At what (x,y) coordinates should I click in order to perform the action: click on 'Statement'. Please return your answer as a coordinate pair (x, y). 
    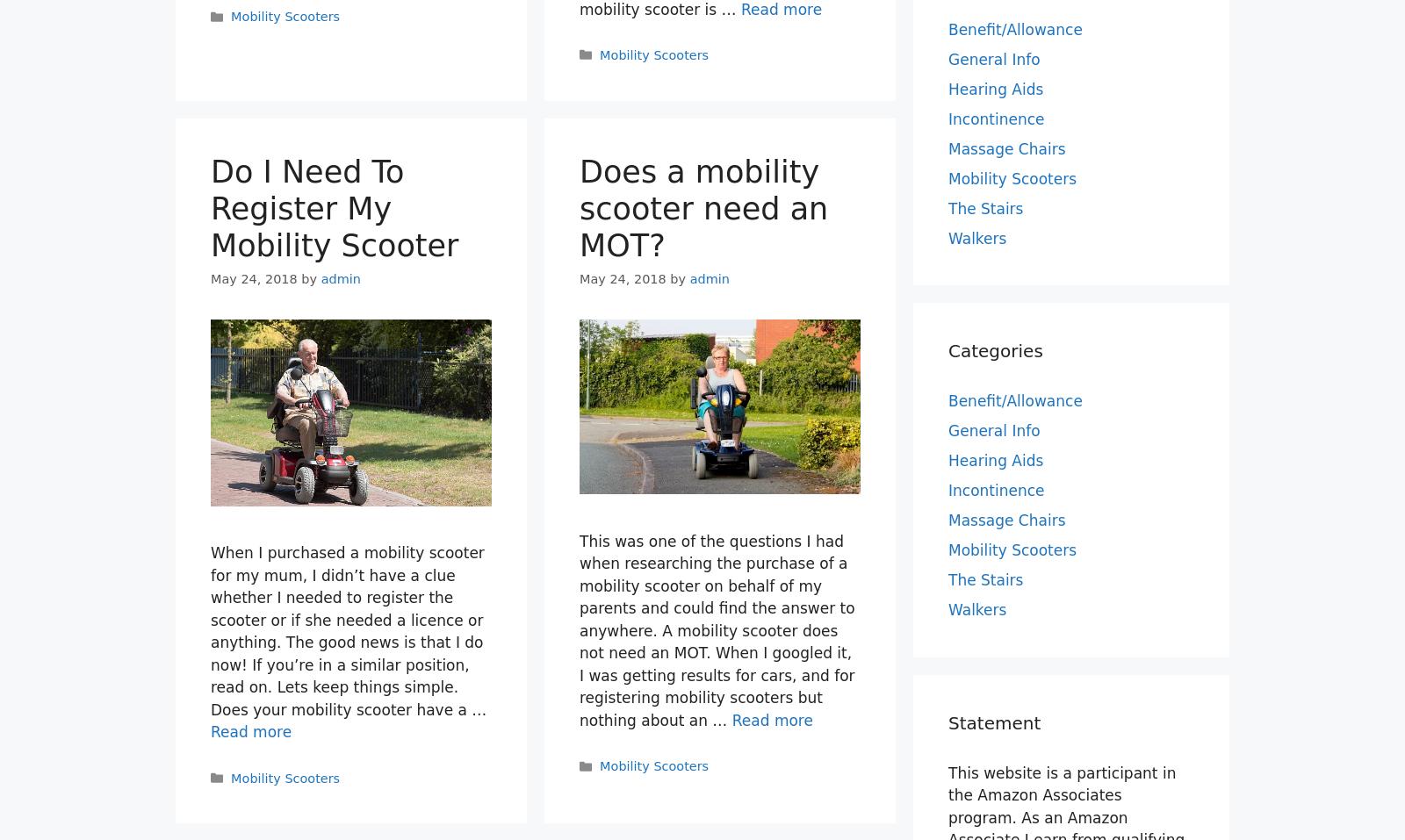
    Looking at the image, I should click on (948, 722).